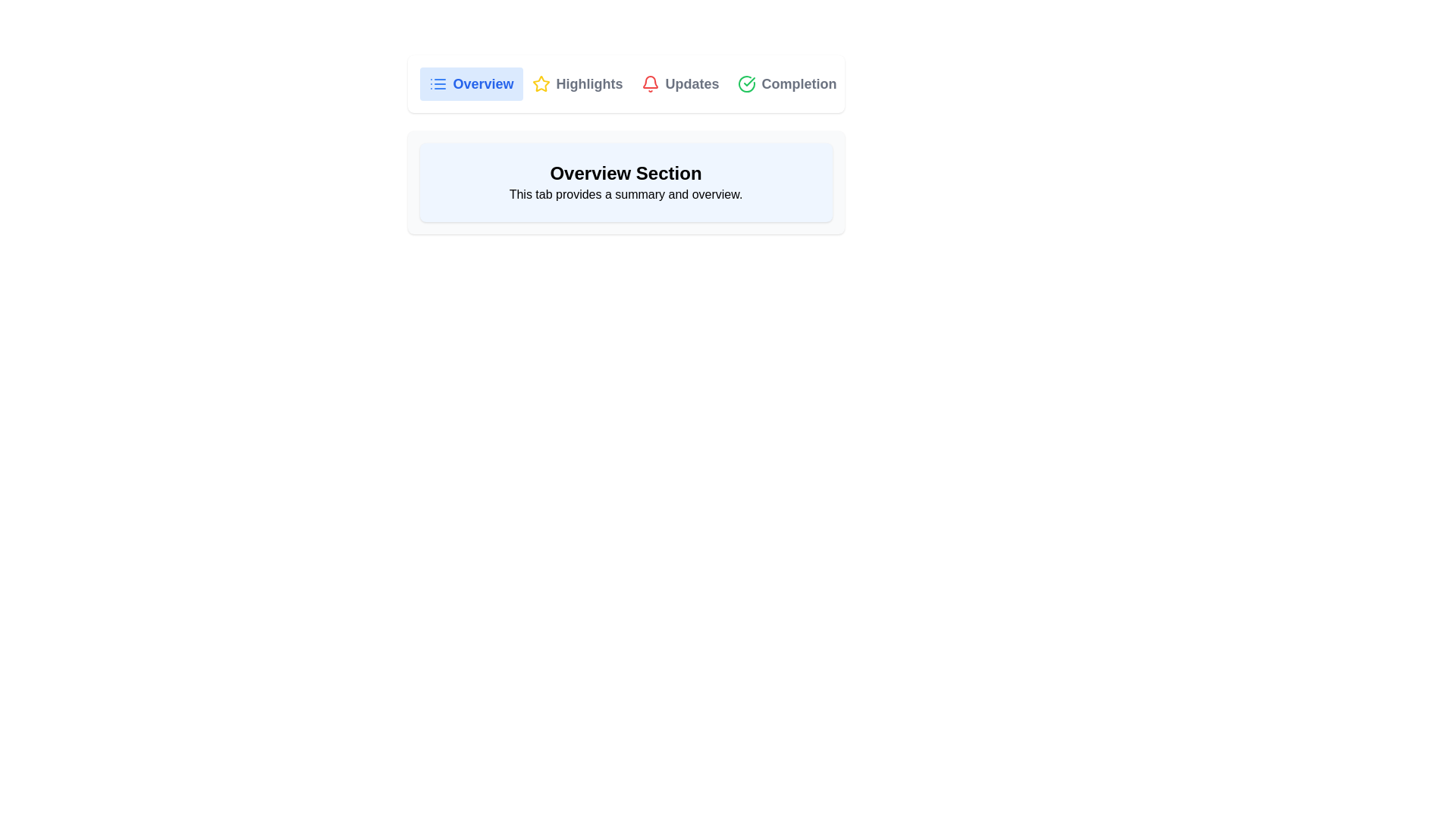 The width and height of the screenshot is (1456, 819). Describe the element at coordinates (692, 84) in the screenshot. I see `the 'Updates' label in the Navigation Tab` at that location.